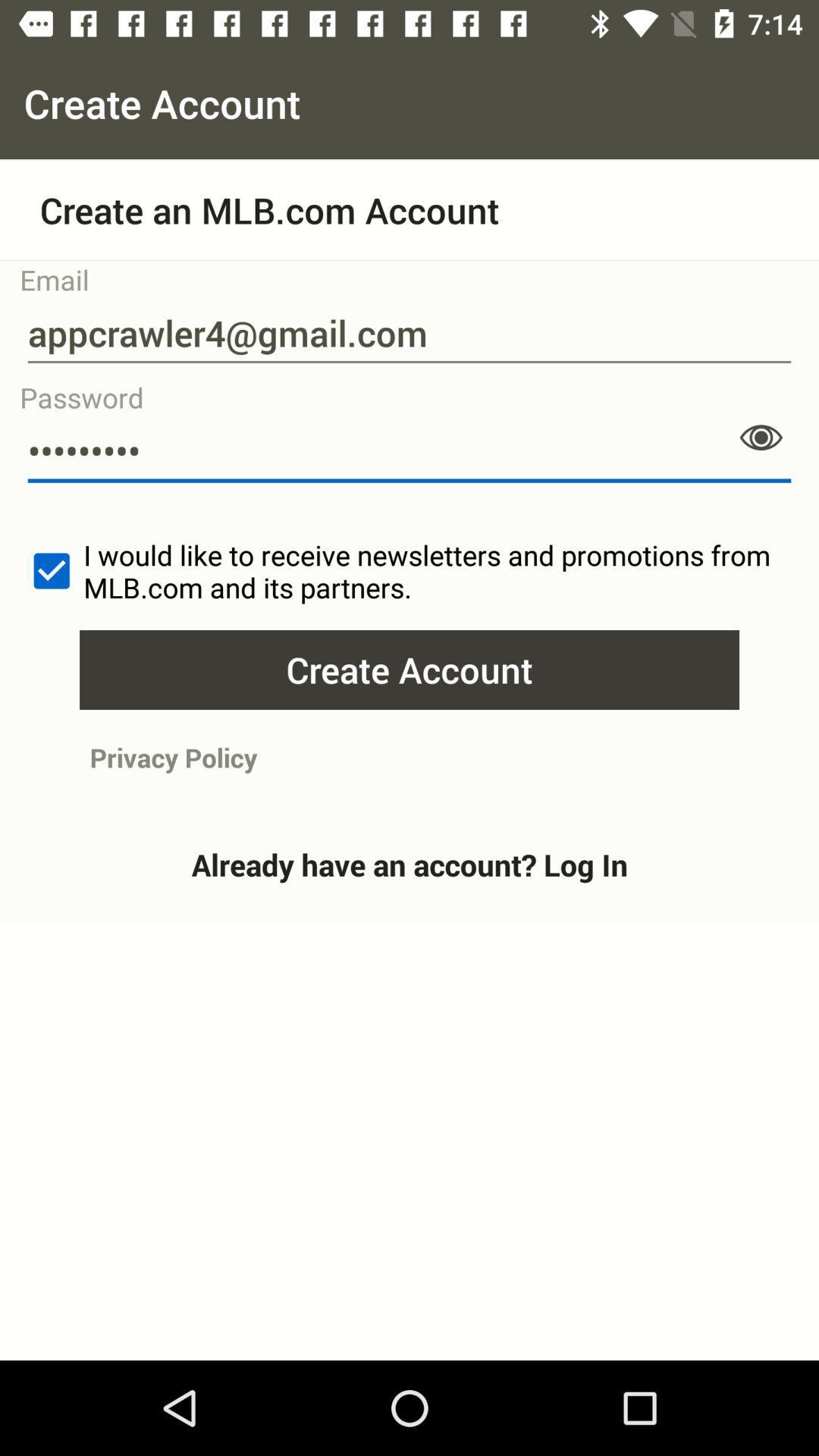  I want to click on show password, so click(761, 437).